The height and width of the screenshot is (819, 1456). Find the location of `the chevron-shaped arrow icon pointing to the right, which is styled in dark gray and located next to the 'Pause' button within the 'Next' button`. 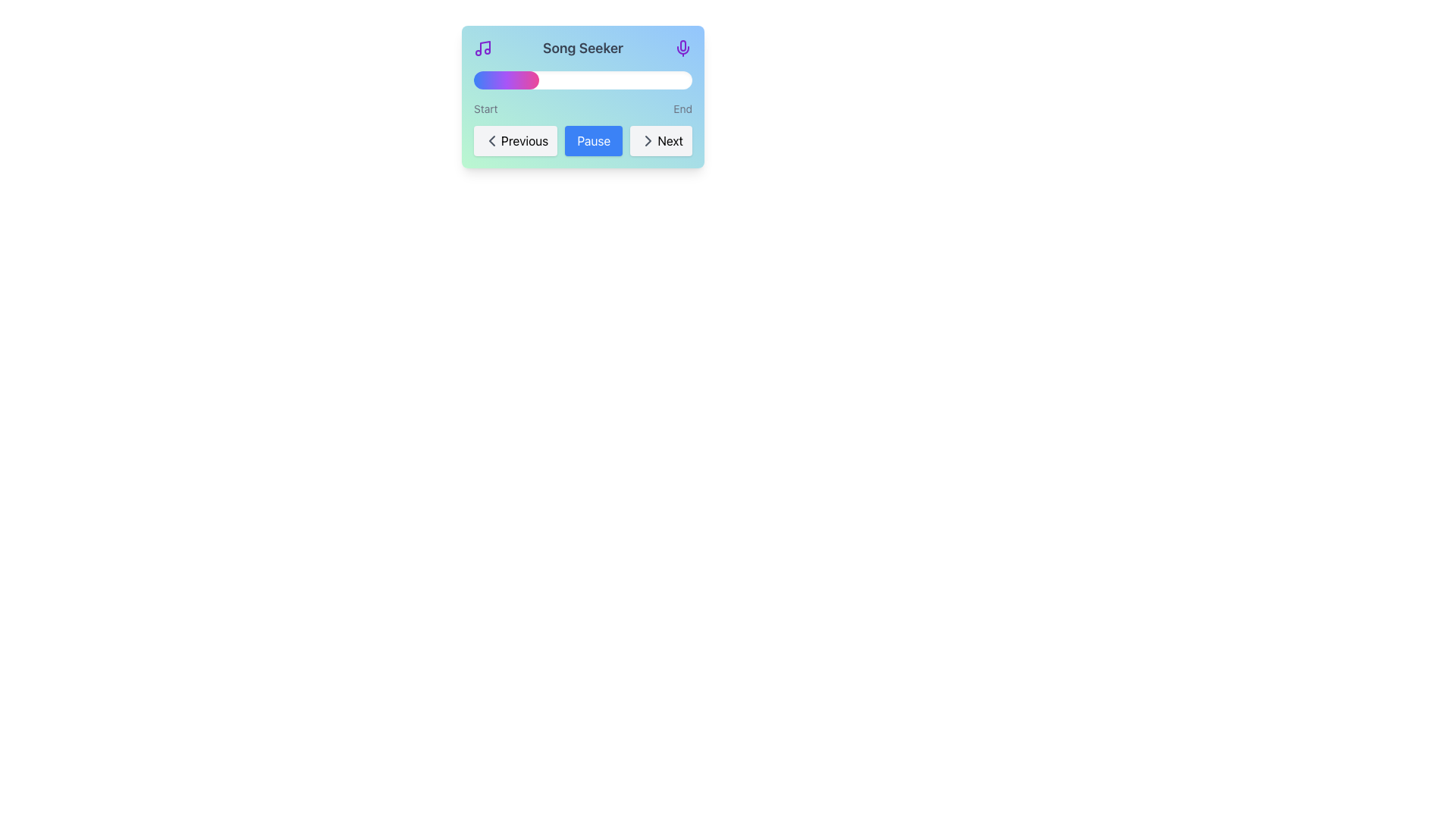

the chevron-shaped arrow icon pointing to the right, which is styled in dark gray and located next to the 'Pause' button within the 'Next' button is located at coordinates (648, 140).